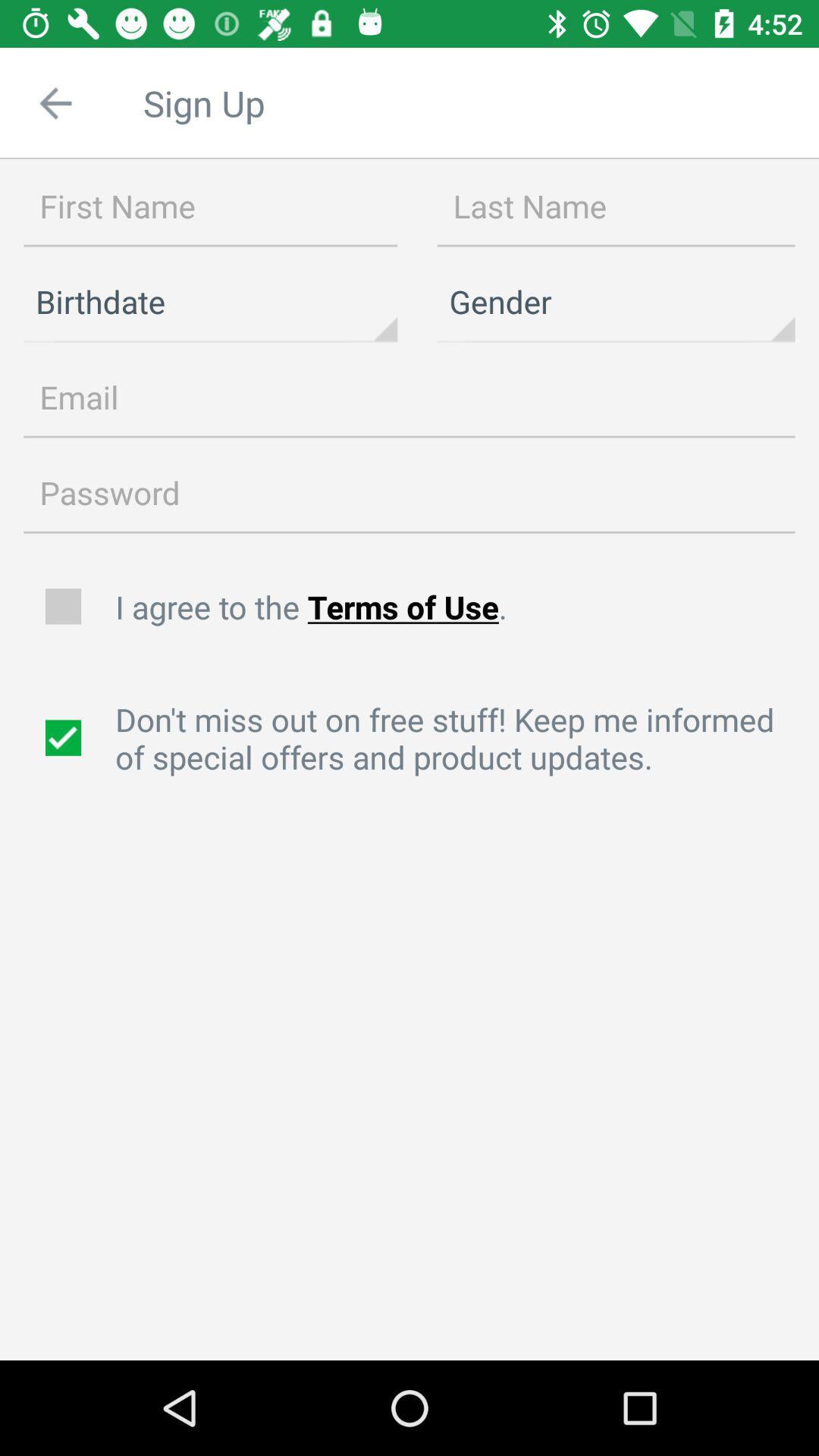 Image resolution: width=819 pixels, height=1456 pixels. What do you see at coordinates (409, 494) in the screenshot?
I see `item above the i agree to icon` at bounding box center [409, 494].